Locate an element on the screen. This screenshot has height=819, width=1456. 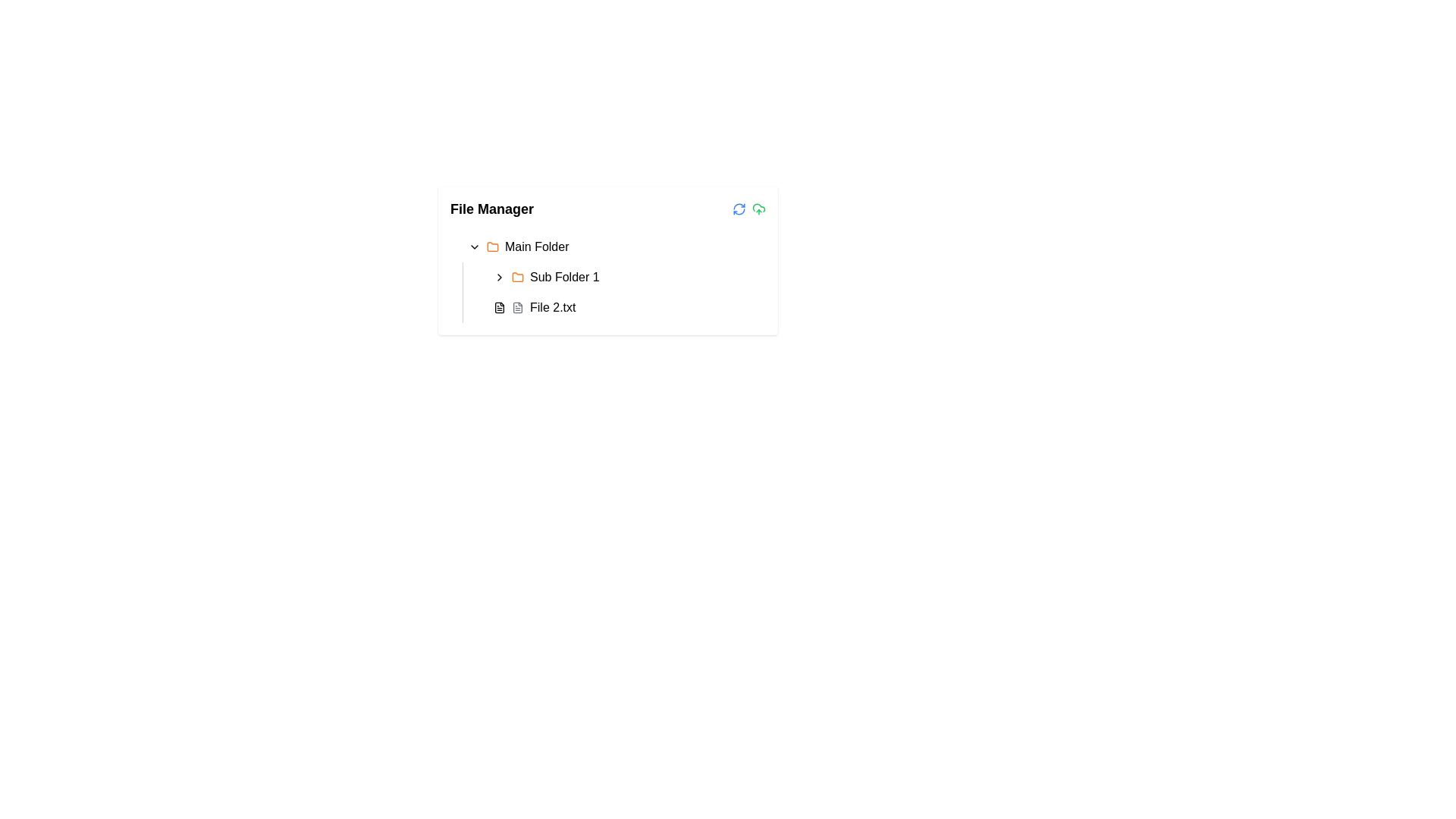
the folder icon, which is orange and resembles a folder with a tab, located in the 'Sub Folder 1' section of the 'File Manager' interface is located at coordinates (517, 277).